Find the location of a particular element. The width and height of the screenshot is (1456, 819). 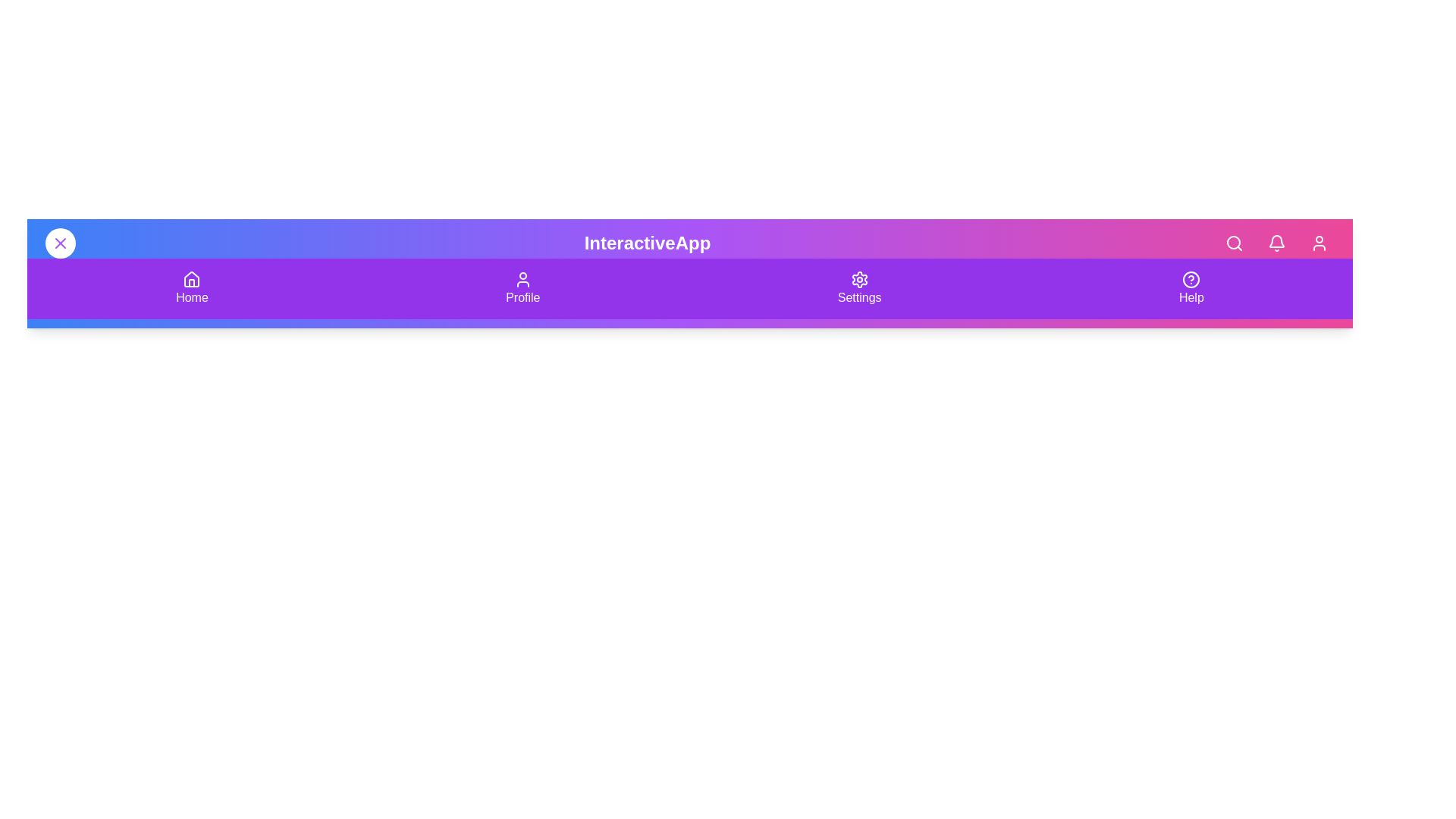

the navigation menu item Profile is located at coordinates (522, 289).